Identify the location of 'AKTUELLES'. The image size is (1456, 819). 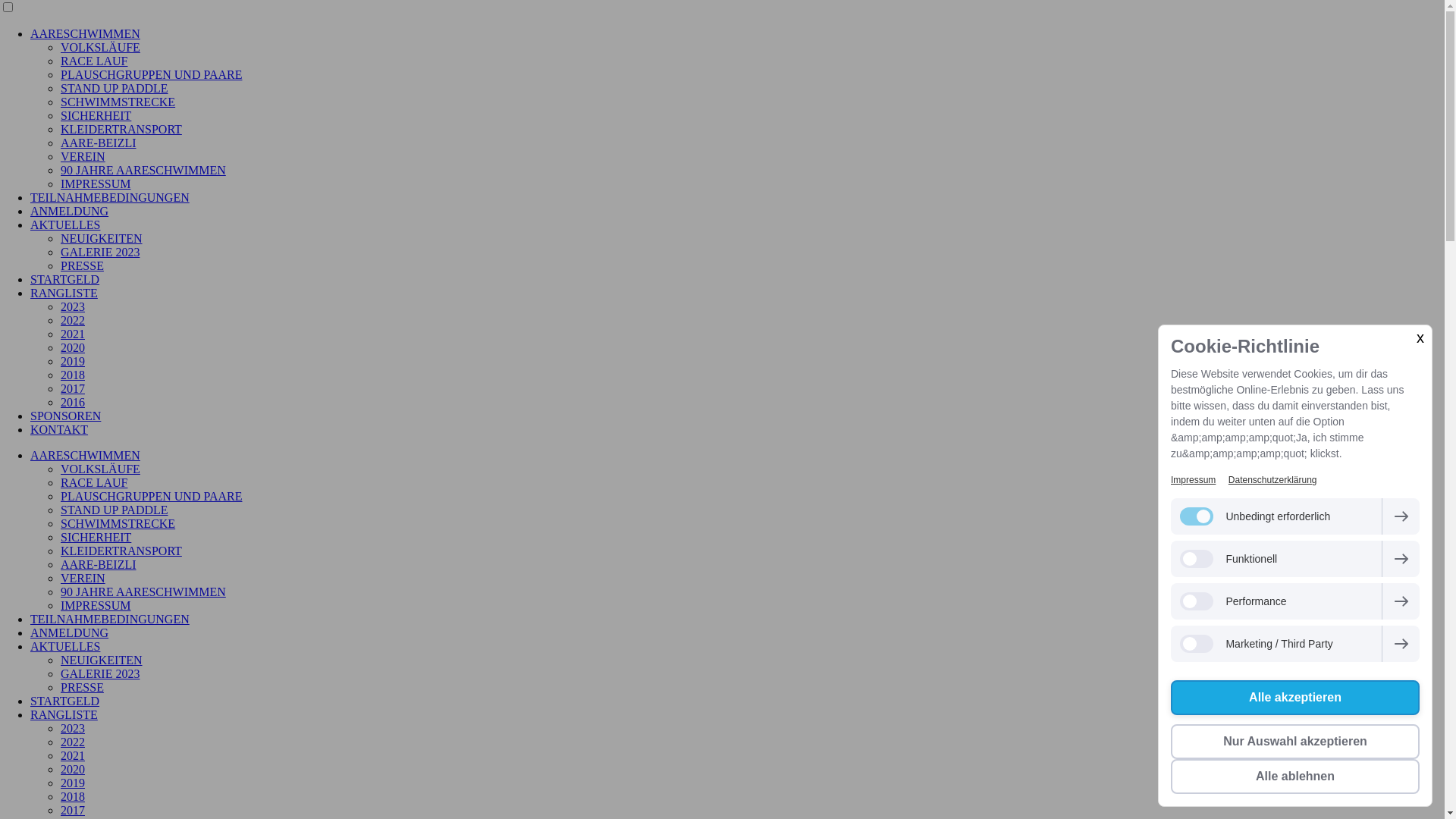
(64, 646).